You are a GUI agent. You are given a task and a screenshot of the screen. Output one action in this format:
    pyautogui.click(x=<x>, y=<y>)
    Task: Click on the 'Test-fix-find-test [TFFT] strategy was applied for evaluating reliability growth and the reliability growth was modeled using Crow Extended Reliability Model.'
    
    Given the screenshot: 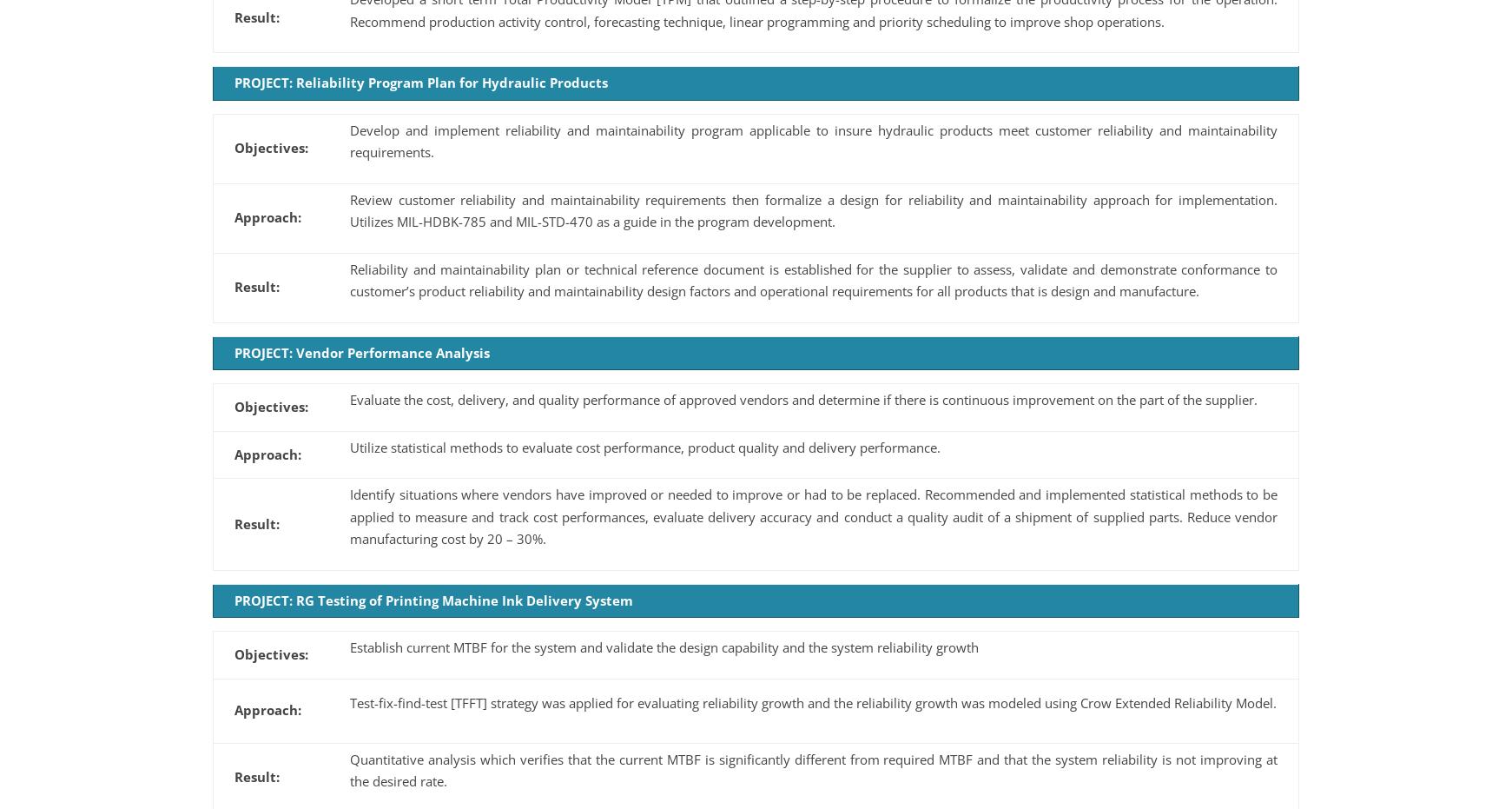 What is the action you would take?
    pyautogui.click(x=813, y=702)
    